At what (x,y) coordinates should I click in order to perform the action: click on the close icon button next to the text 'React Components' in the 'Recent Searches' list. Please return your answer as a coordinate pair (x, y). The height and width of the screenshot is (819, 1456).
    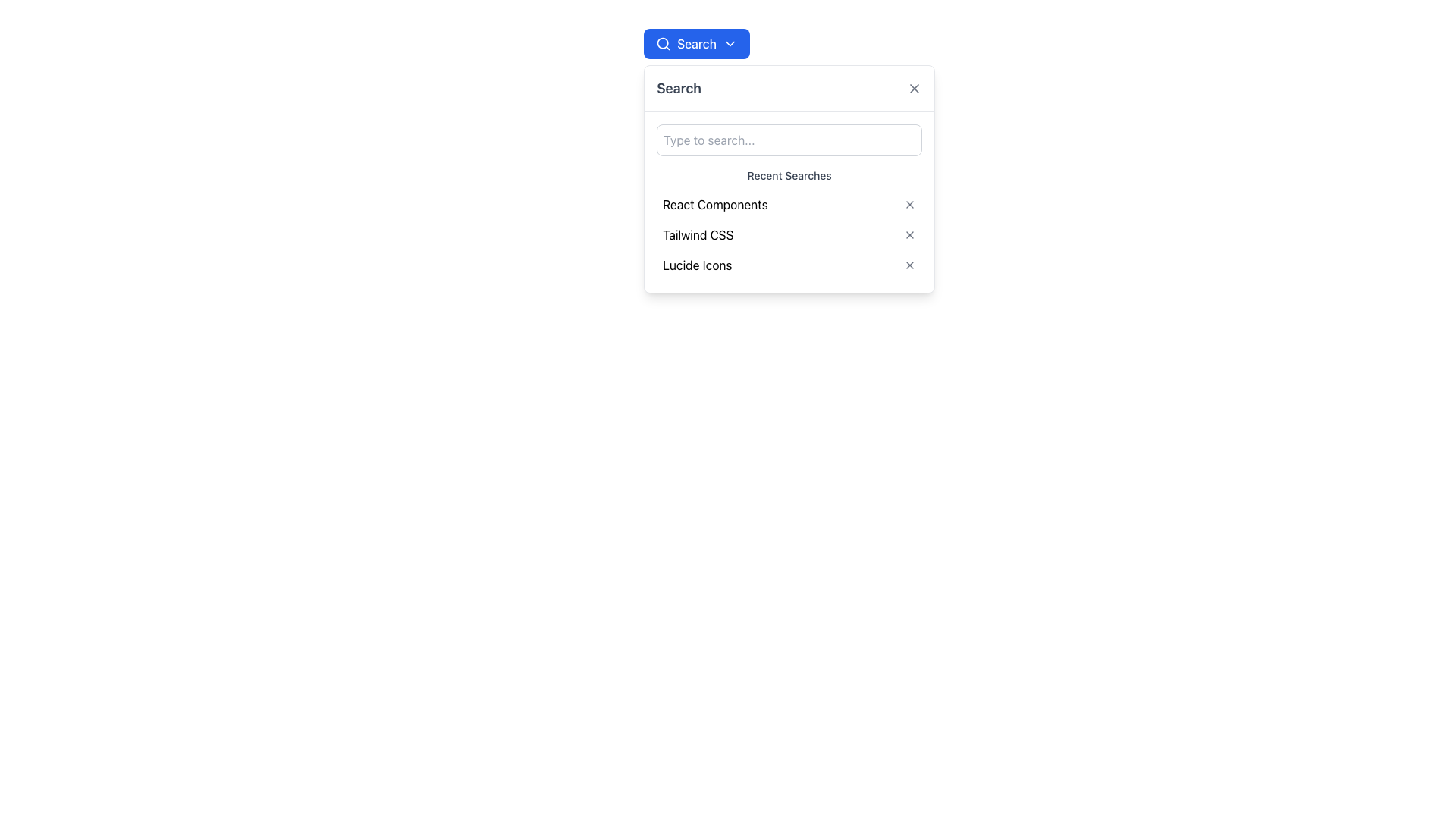
    Looking at the image, I should click on (910, 205).